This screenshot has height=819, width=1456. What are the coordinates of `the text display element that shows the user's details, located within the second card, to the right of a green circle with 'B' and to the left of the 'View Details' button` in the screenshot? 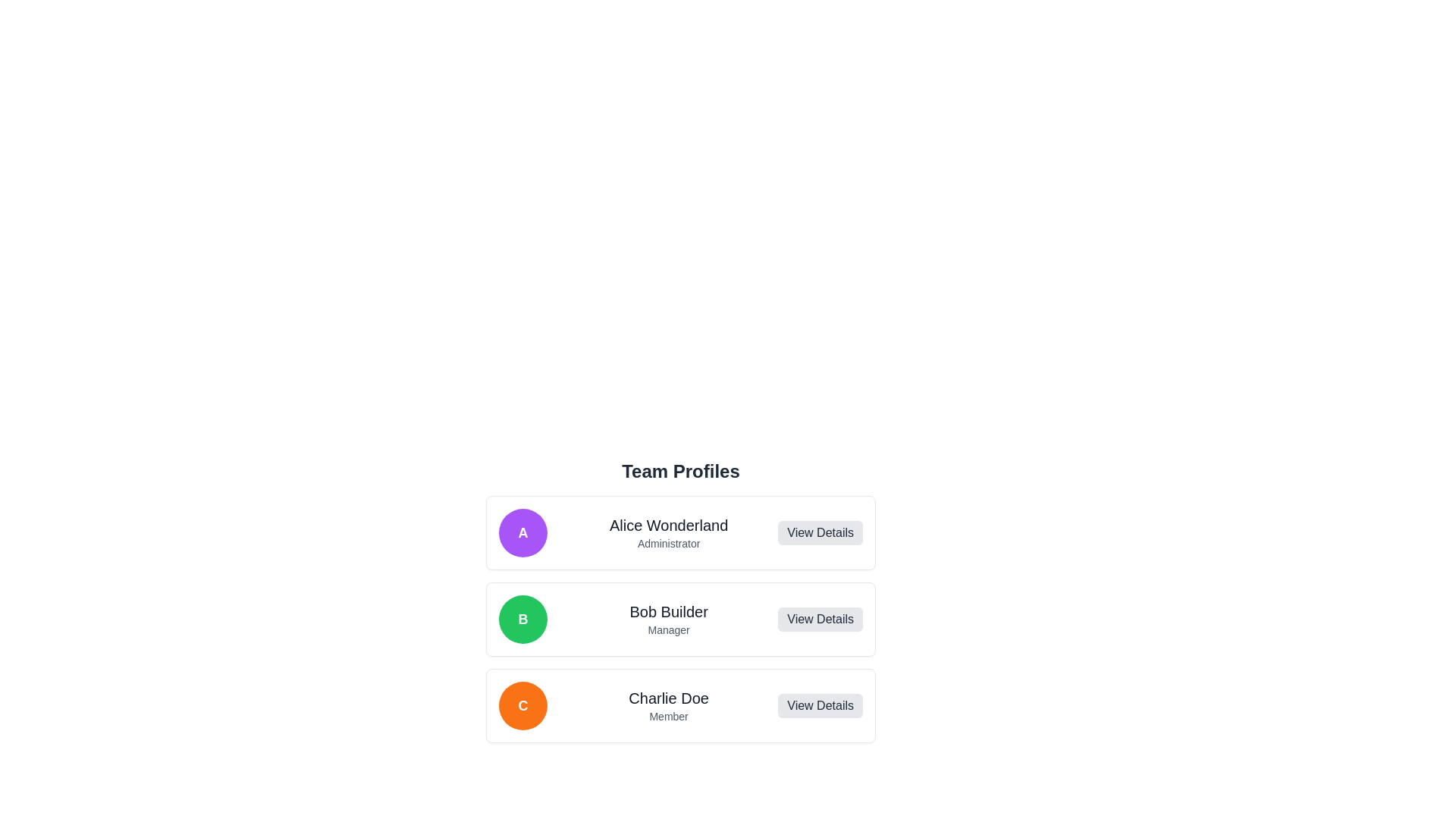 It's located at (668, 620).